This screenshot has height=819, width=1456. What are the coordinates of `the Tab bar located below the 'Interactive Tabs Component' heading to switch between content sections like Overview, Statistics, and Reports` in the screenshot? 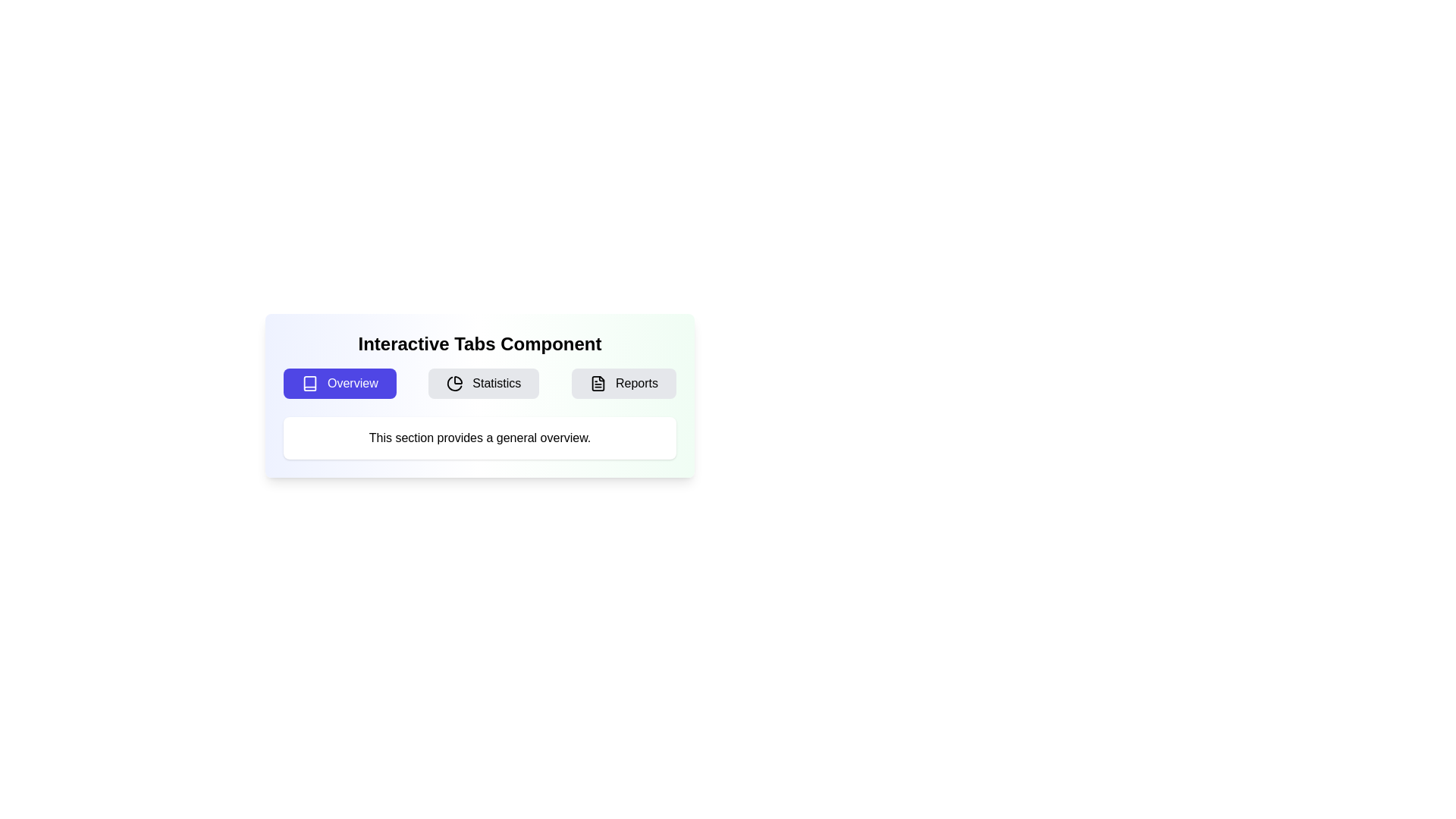 It's located at (479, 382).